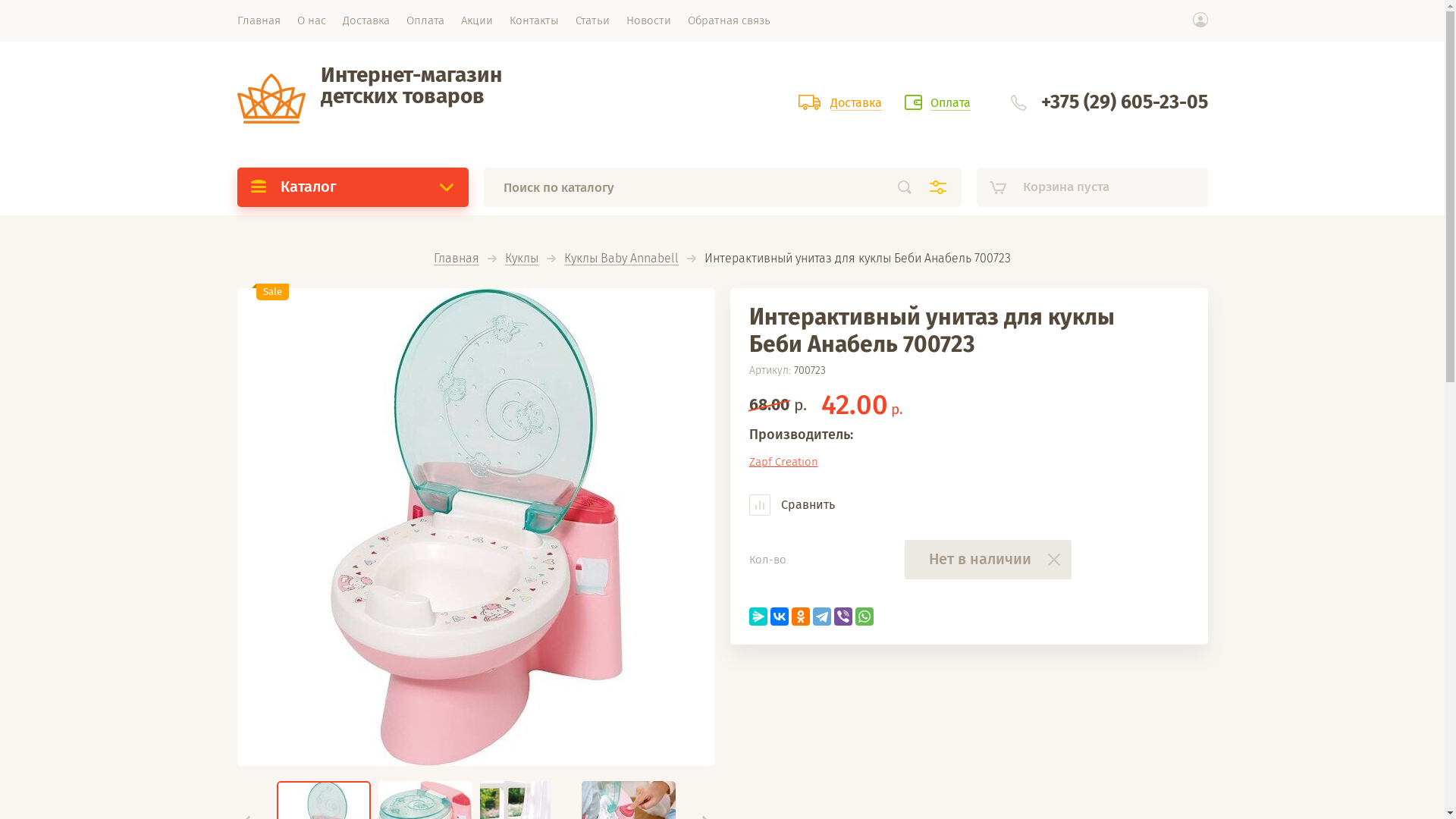 Image resolution: width=1456 pixels, height=819 pixels. Describe the element at coordinates (749, 461) in the screenshot. I see `'Zapf Creation'` at that location.